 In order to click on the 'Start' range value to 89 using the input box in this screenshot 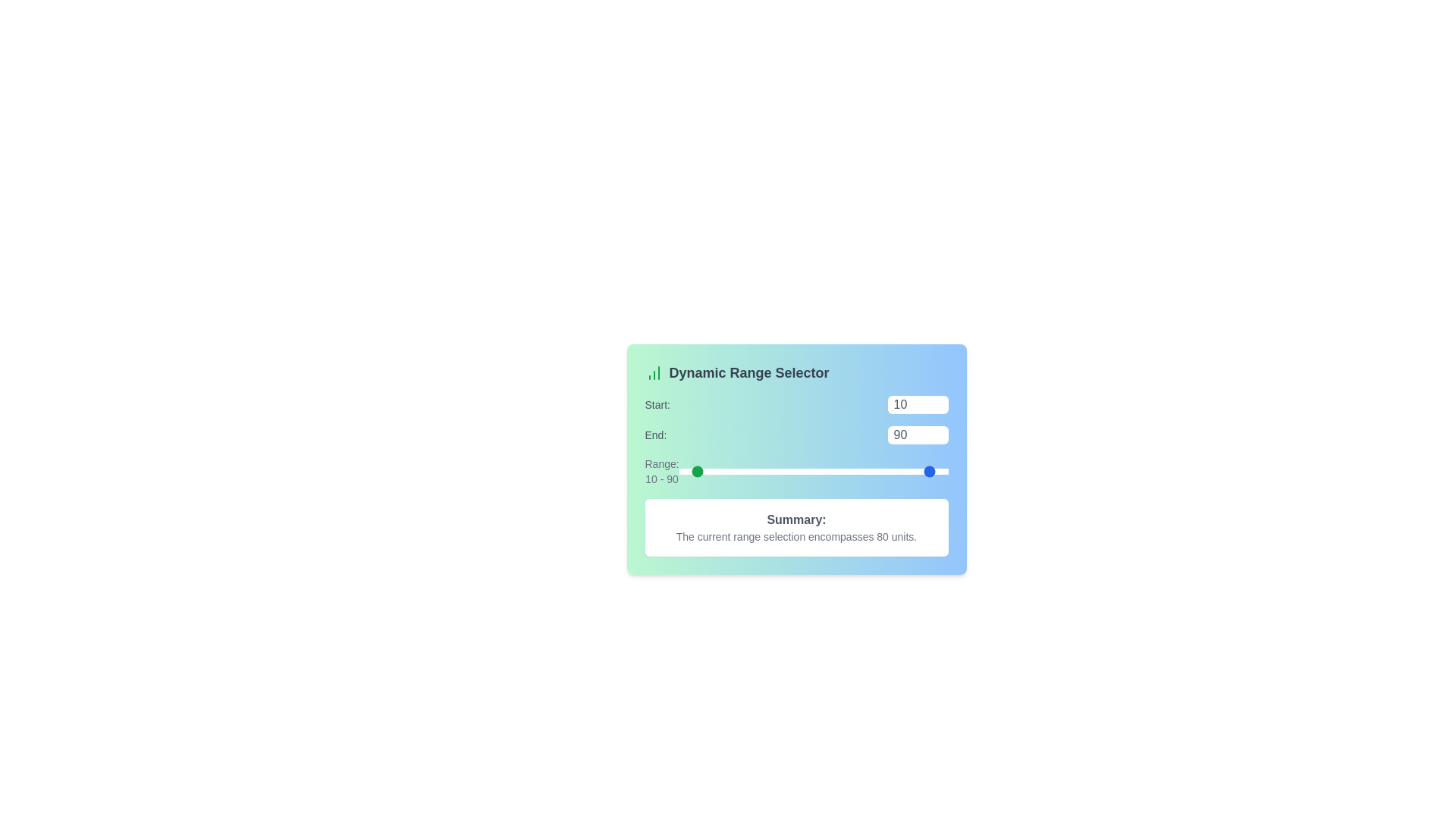, I will do `click(917, 403)`.